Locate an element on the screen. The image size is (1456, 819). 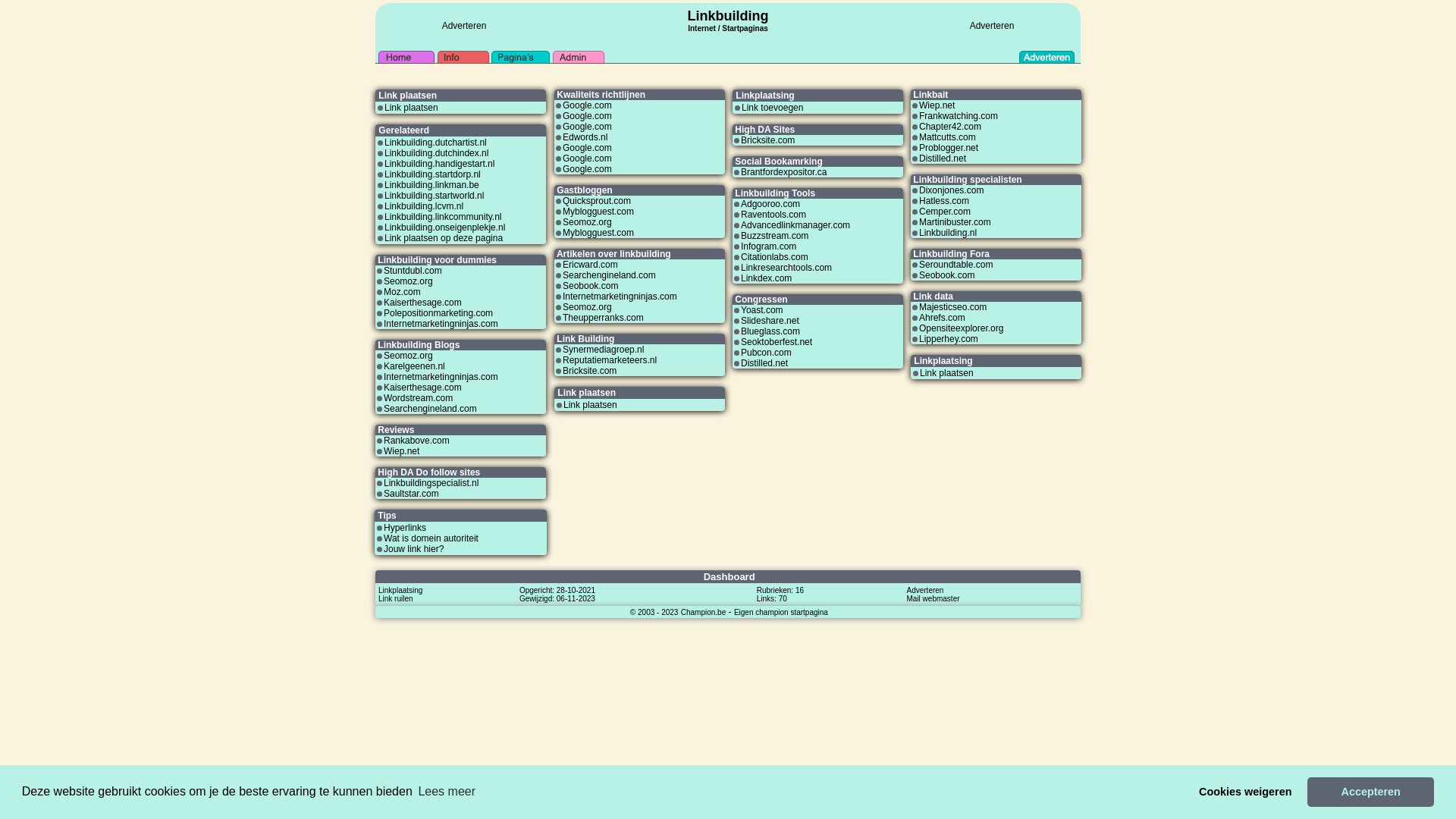
'Advancedlinkmanager.com' is located at coordinates (795, 225).